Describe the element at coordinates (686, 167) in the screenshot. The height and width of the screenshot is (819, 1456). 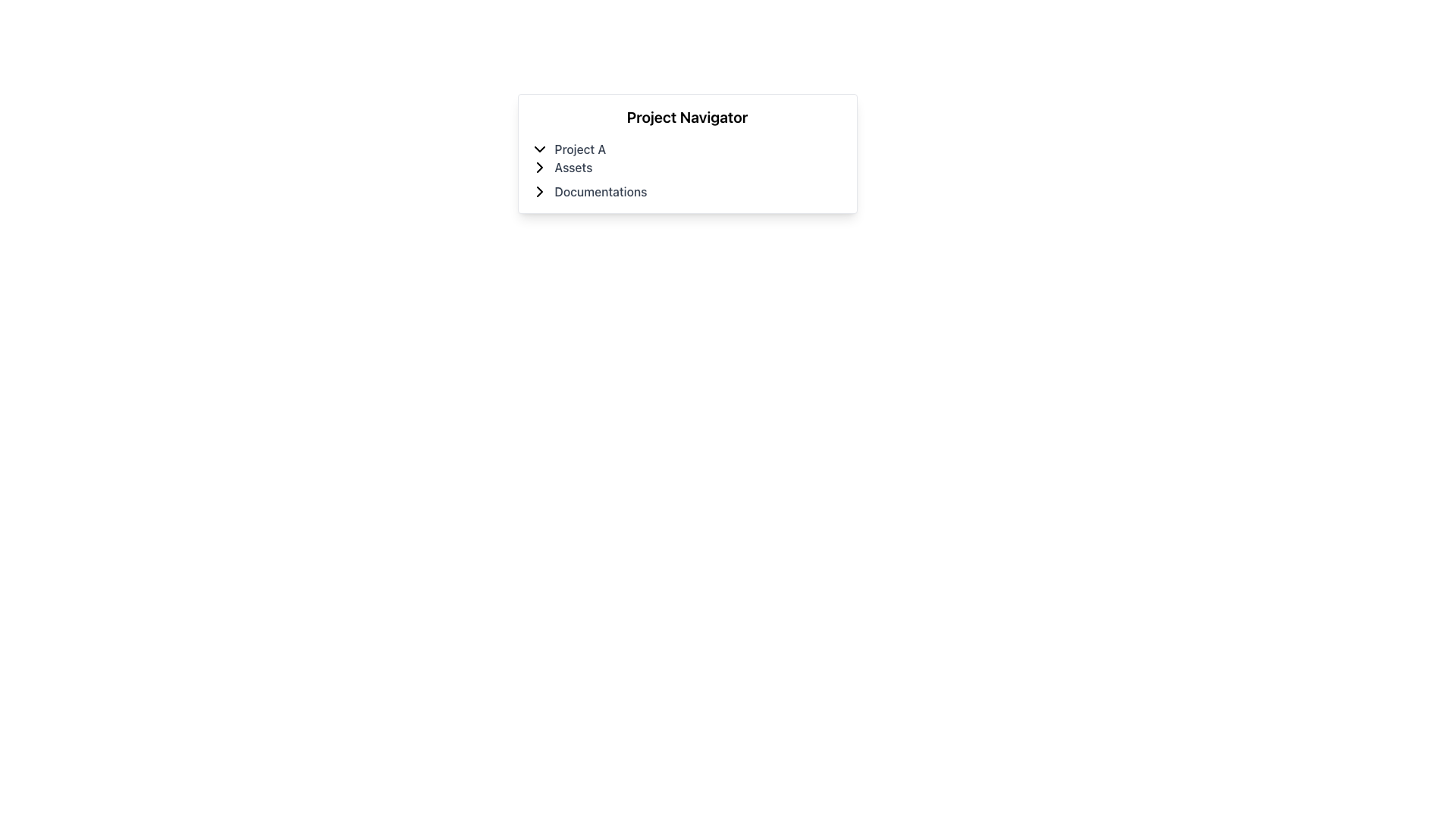
I see `the 'Assets' expandable menu item located under 'Project A'` at that location.